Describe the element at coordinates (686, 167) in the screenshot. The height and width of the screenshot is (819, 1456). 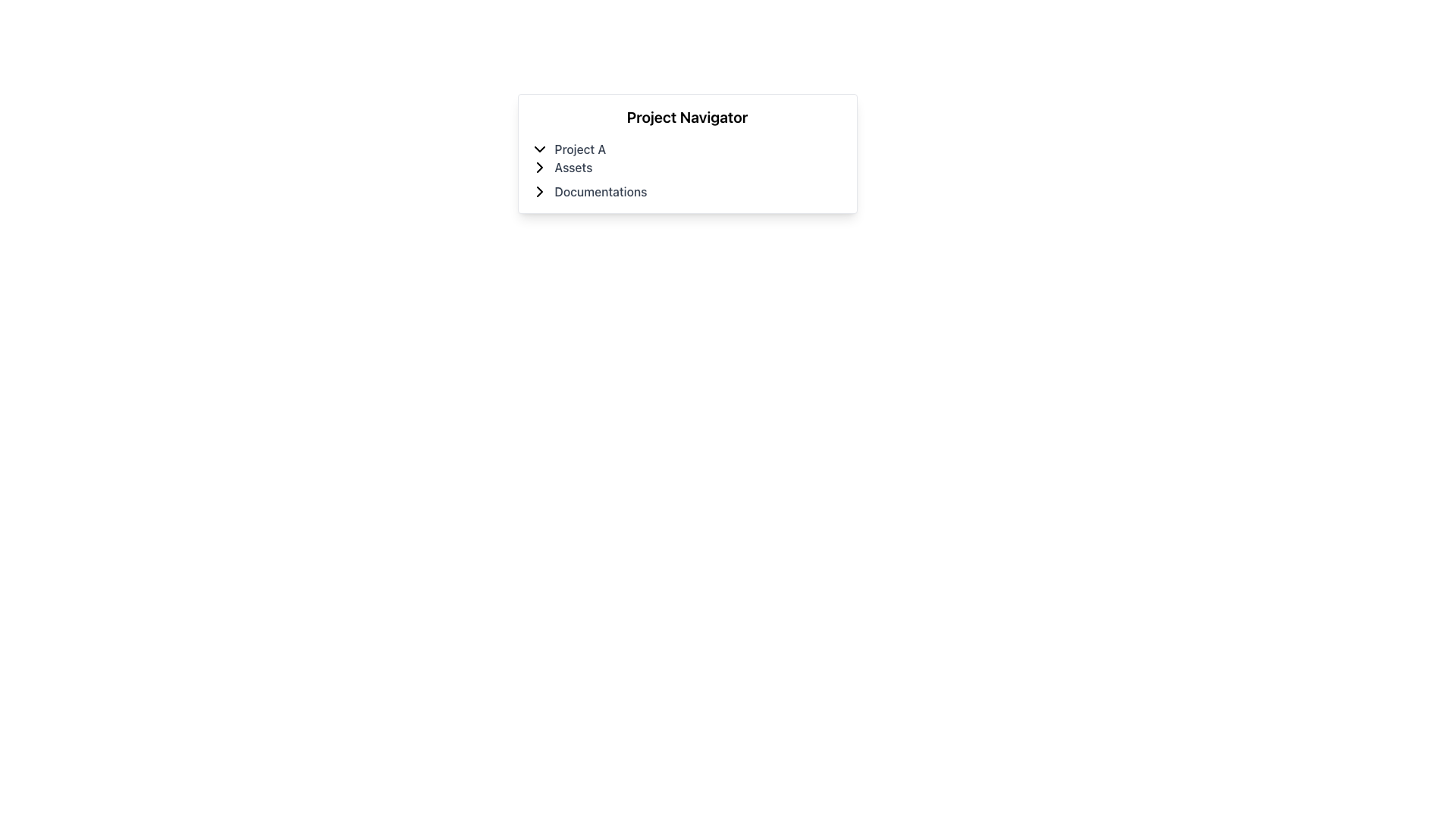
I see `the 'Assets' expandable menu item located under 'Project A'` at that location.